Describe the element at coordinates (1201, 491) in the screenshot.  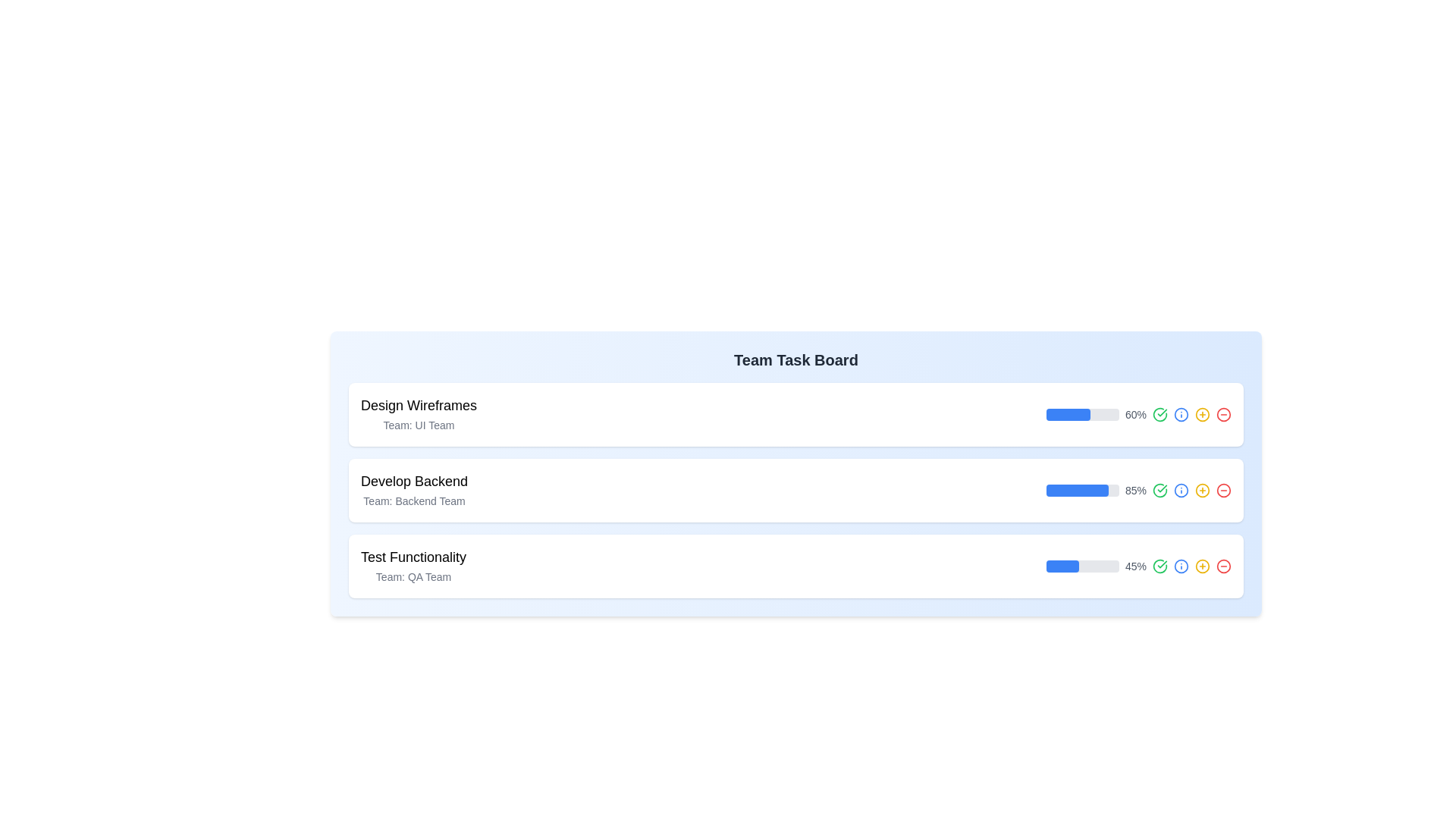
I see `the circular icon button located to the right of the progress bar in the second task's row on the 'Team Task Board'` at that location.